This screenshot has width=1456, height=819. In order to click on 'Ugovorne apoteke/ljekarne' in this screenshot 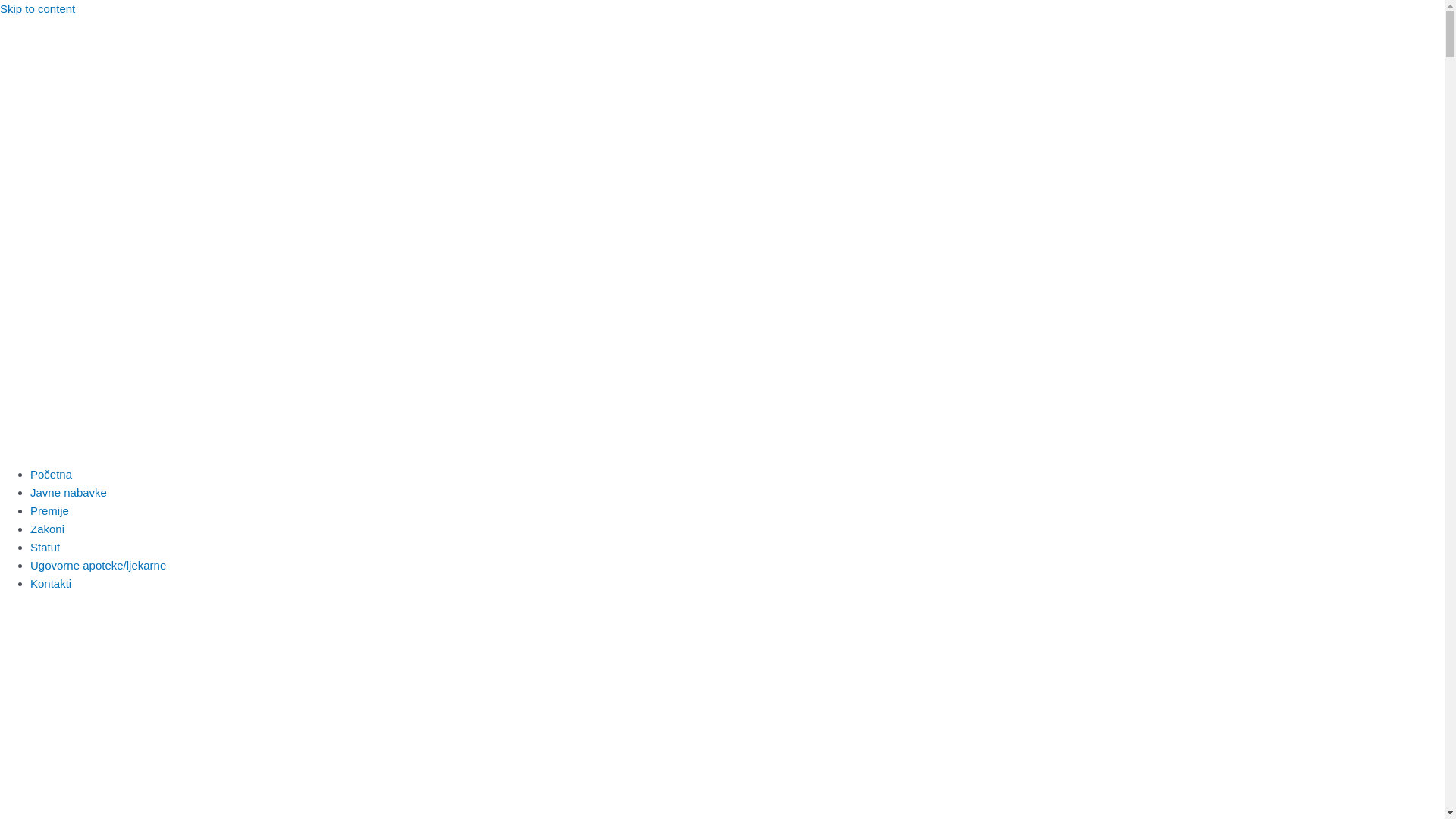, I will do `click(30, 565)`.